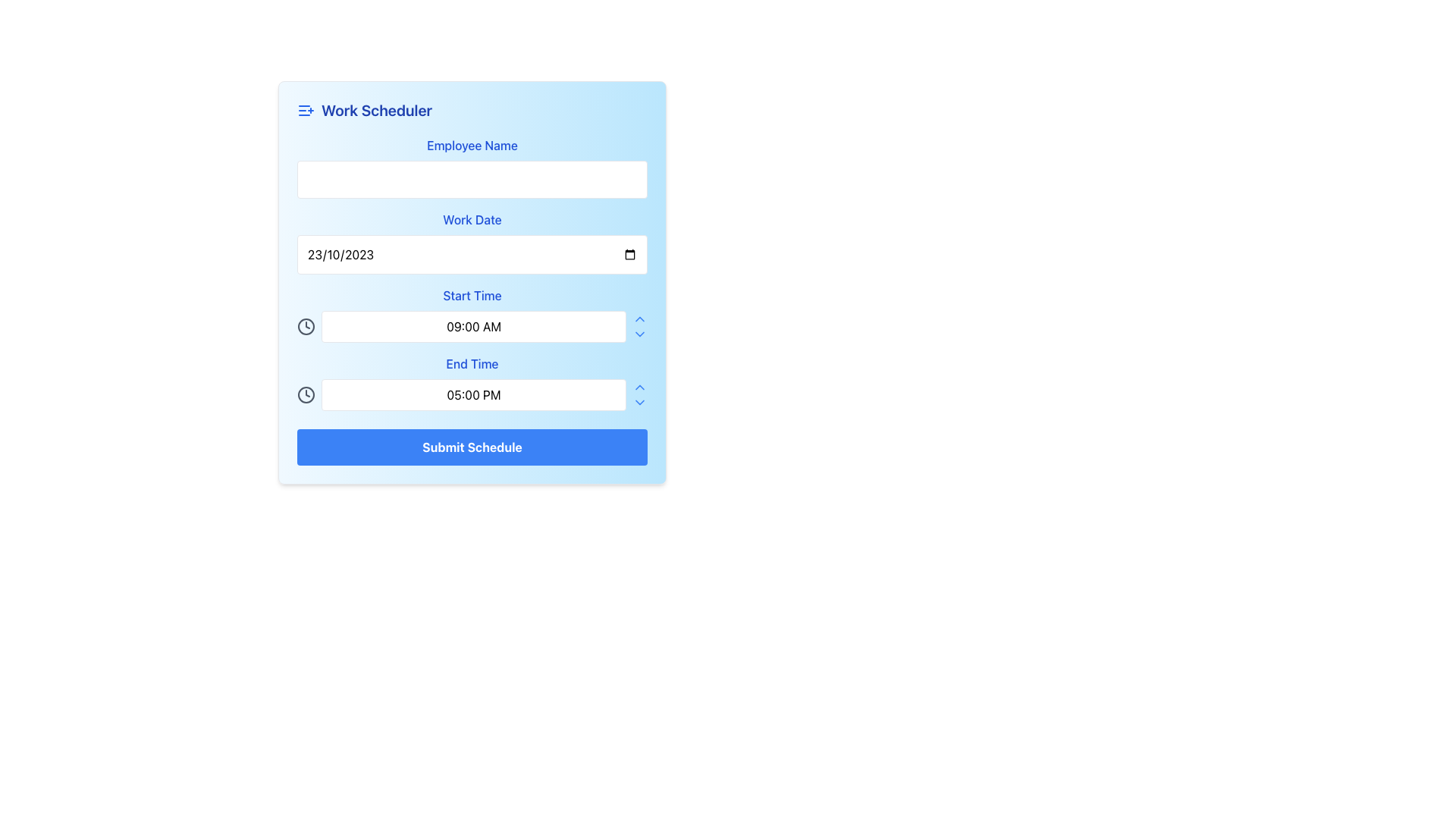 The width and height of the screenshot is (1456, 819). What do you see at coordinates (640, 333) in the screenshot?
I see `the Dropdown toggle icon located near the bottom right corner of the blue panel under the 'End Time' input box` at bounding box center [640, 333].